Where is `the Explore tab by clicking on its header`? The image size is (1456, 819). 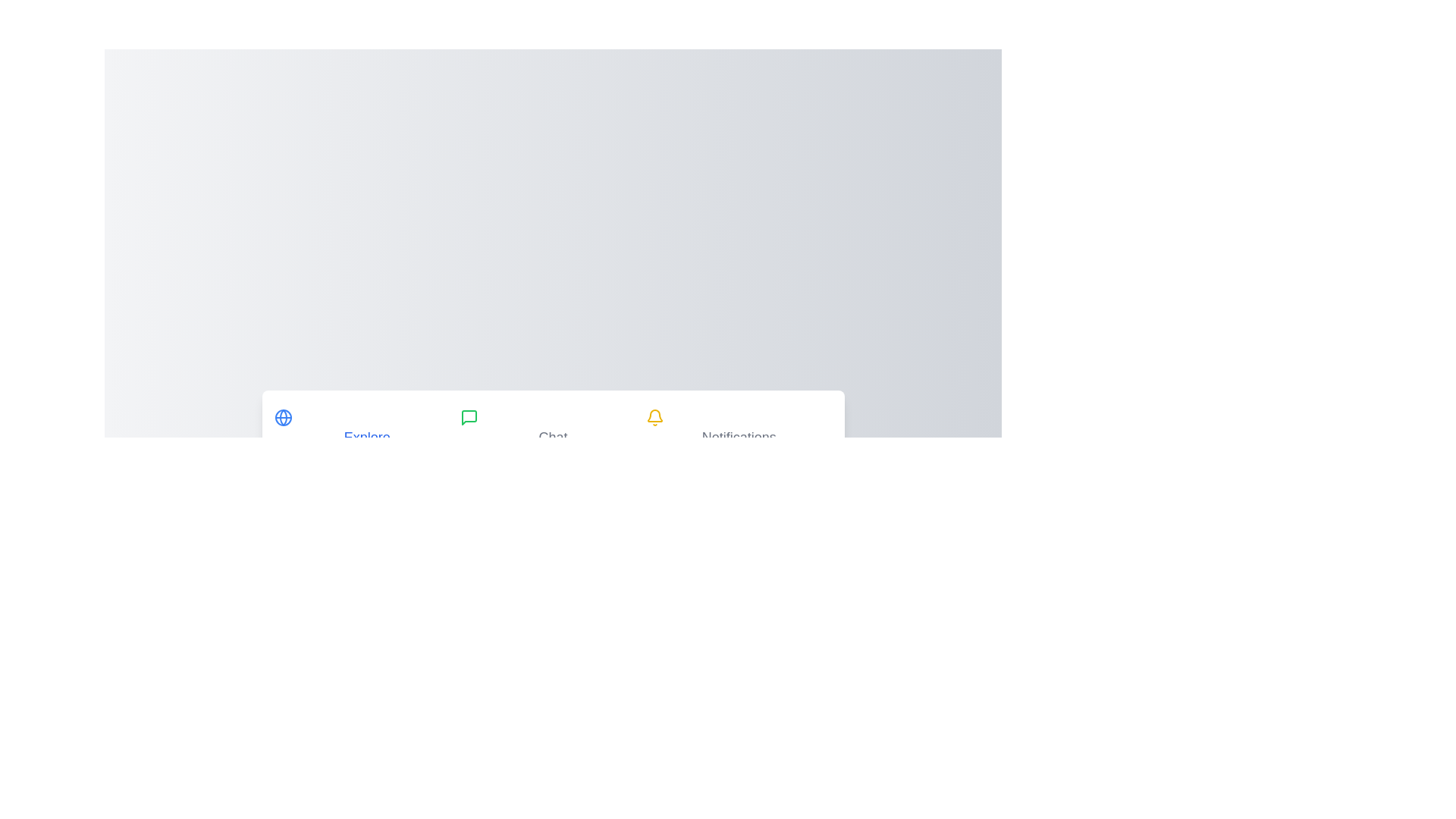
the Explore tab by clicking on its header is located at coordinates (367, 429).